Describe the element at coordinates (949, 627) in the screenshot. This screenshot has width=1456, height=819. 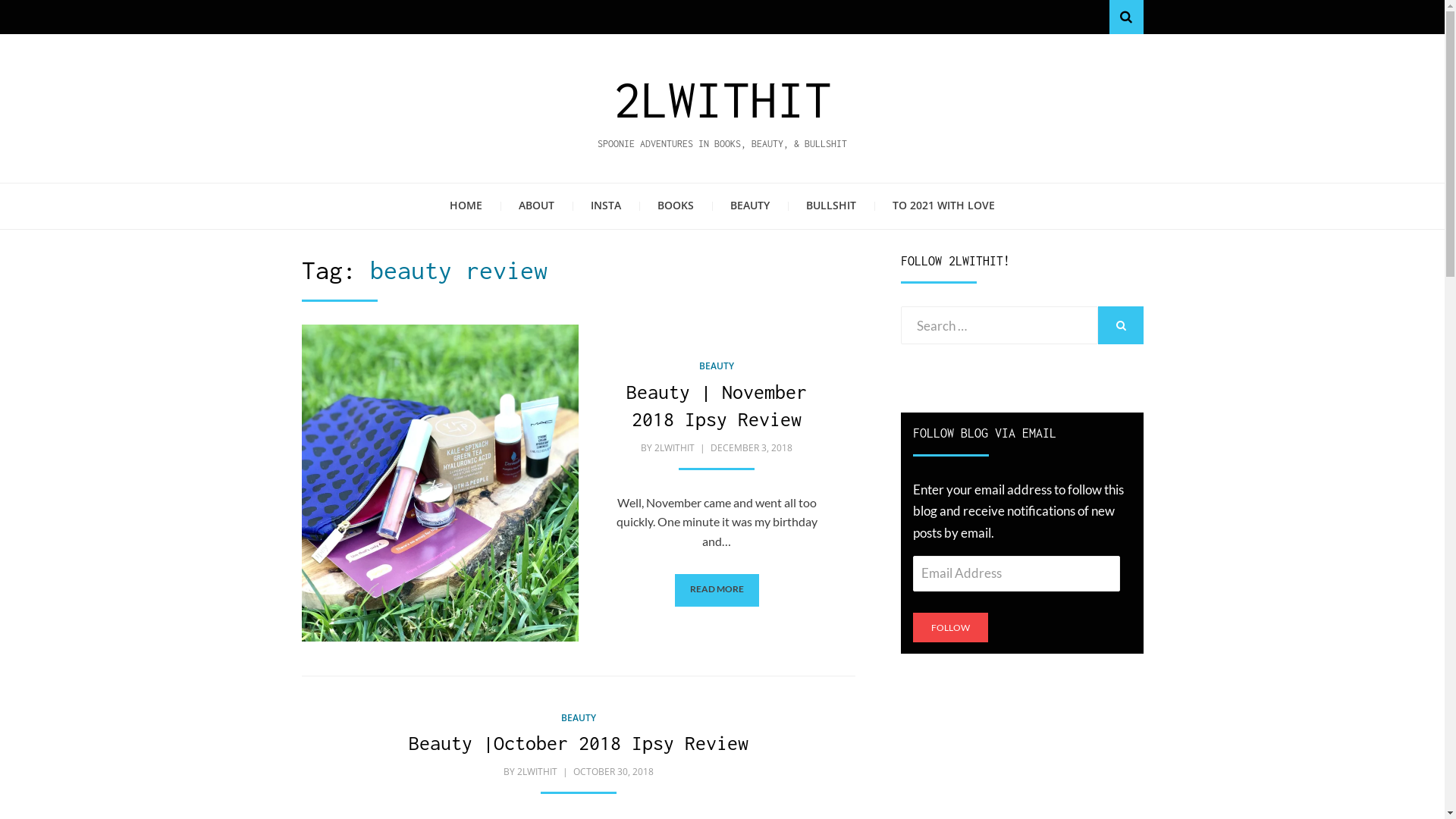
I see `'FOLLOW'` at that location.